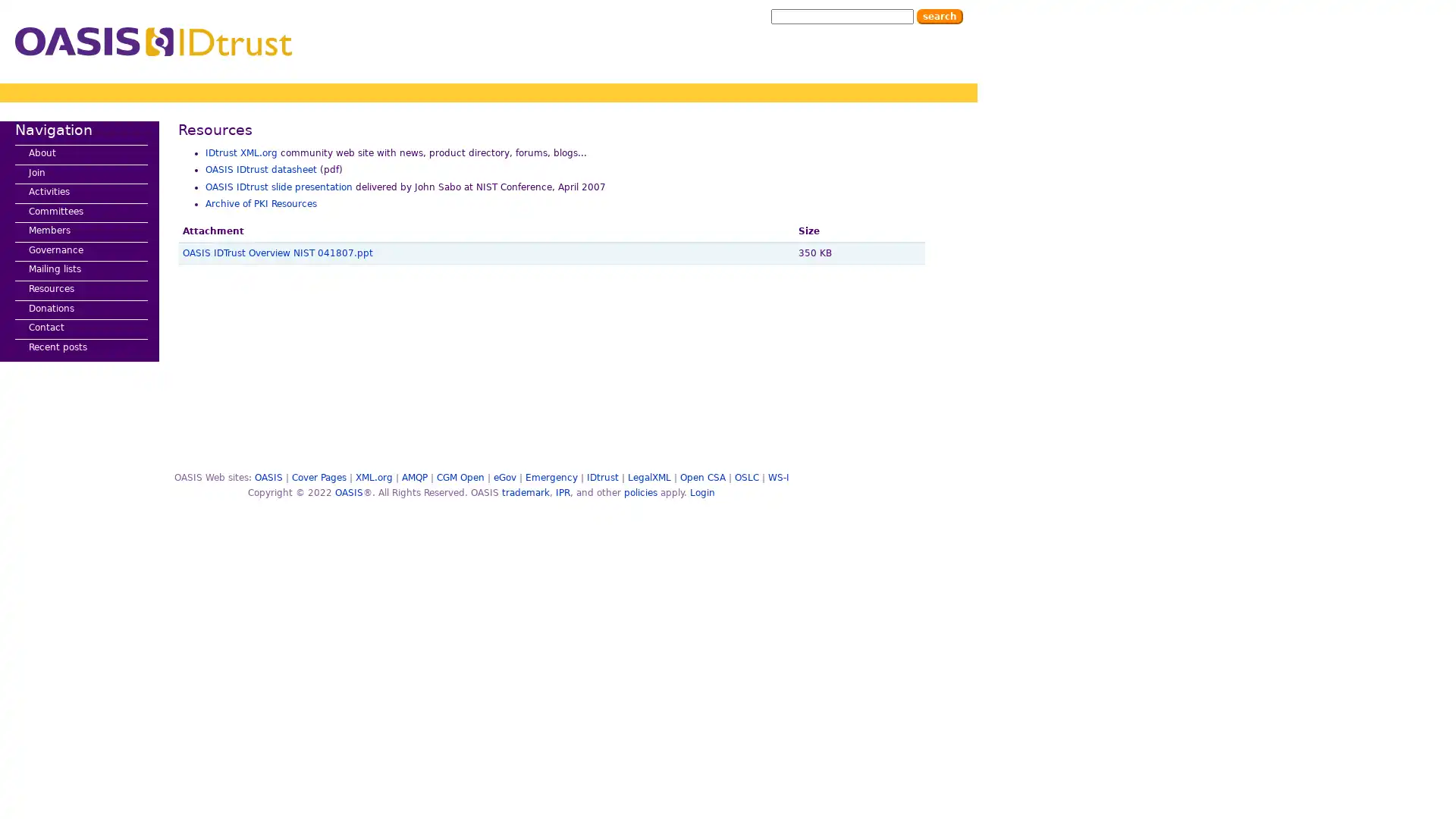 The height and width of the screenshot is (819, 1456). Describe the element at coordinates (939, 17) in the screenshot. I see `Search` at that location.